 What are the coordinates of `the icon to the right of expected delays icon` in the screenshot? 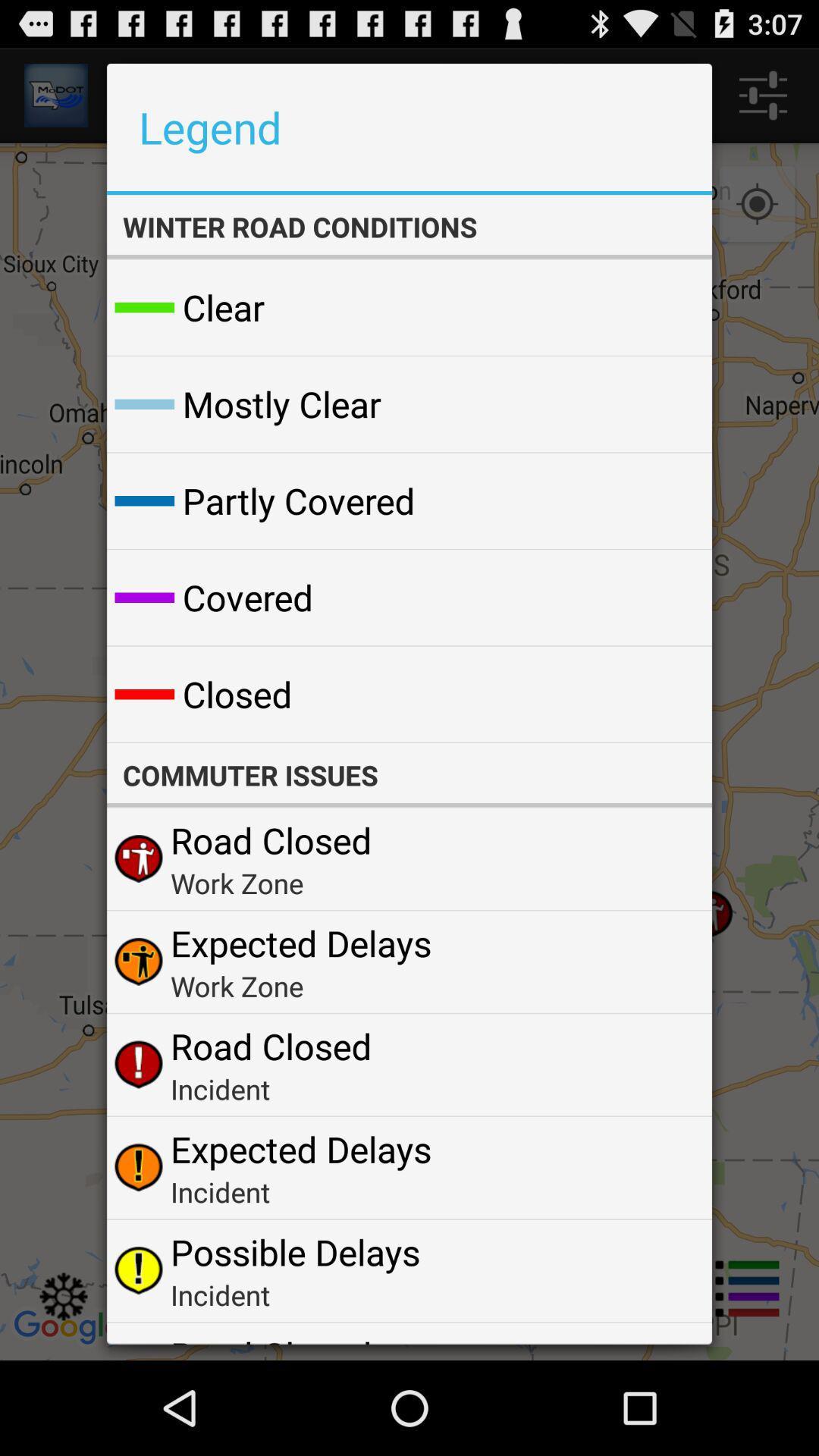 It's located at (663, 961).